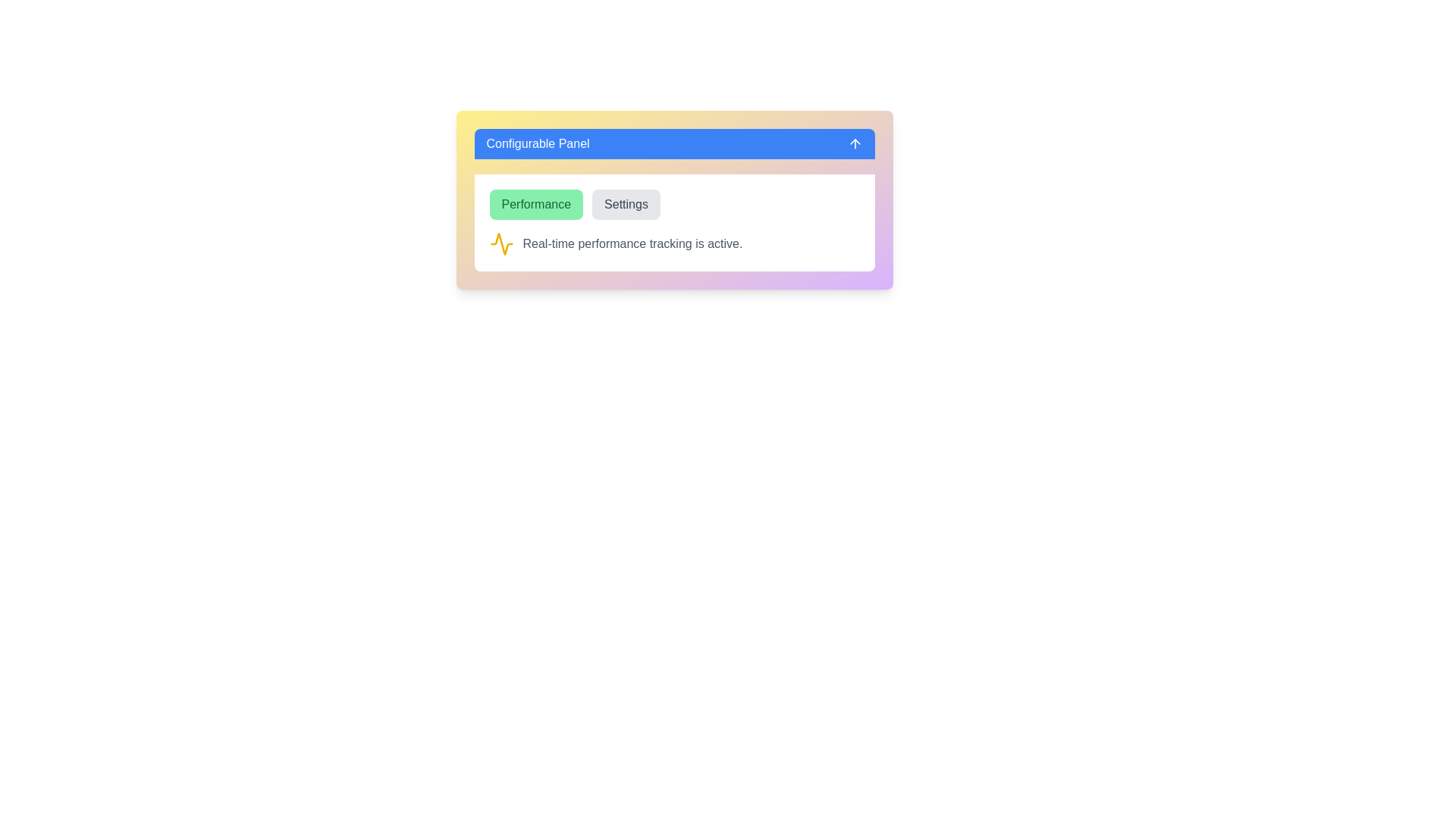 The image size is (1456, 819). I want to click on the icon button located at the upper-right corner of the 'Configurable Panel' header, so click(855, 143).